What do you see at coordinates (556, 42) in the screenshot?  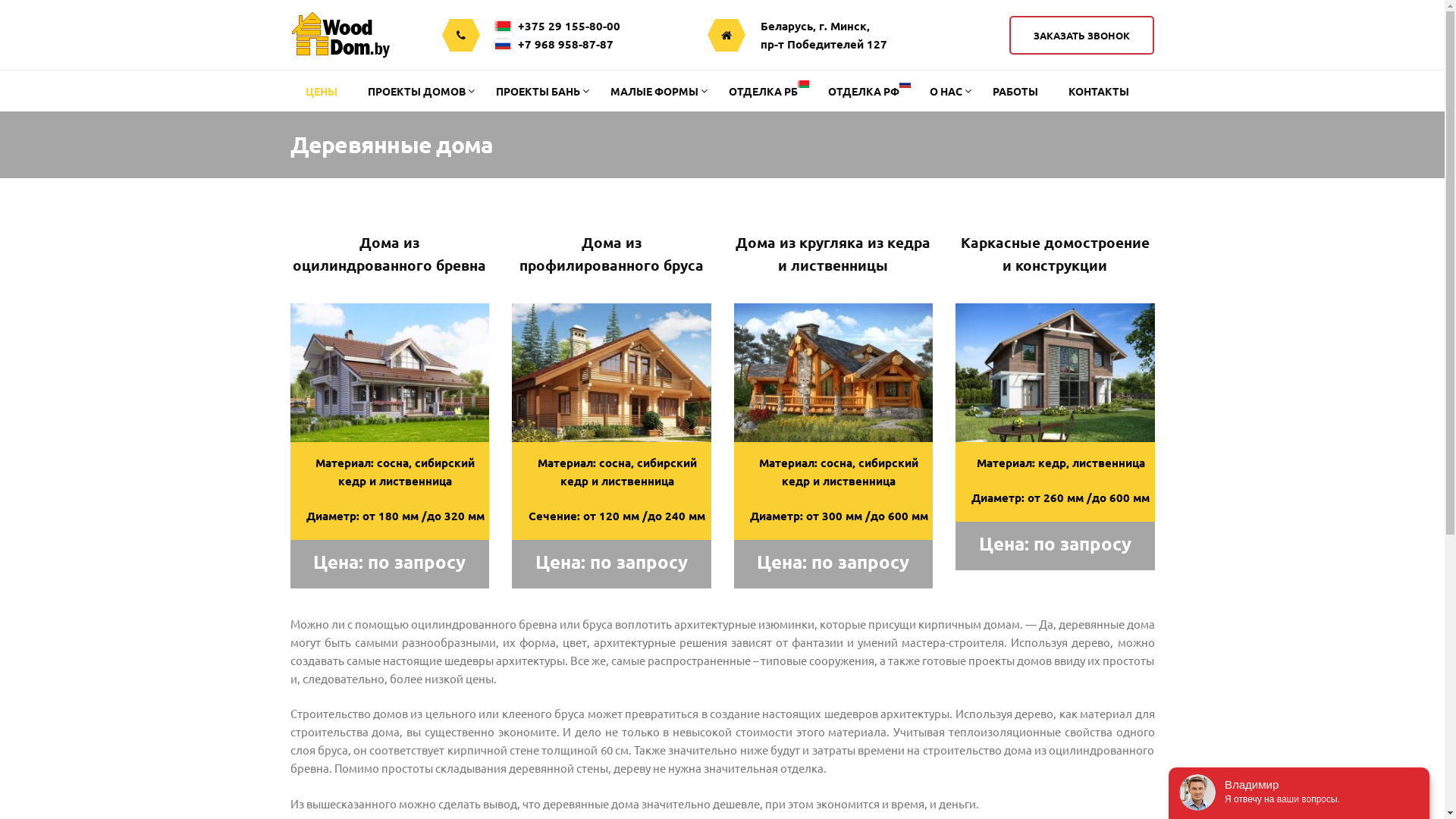 I see `'+7 968 958-87-87'` at bounding box center [556, 42].